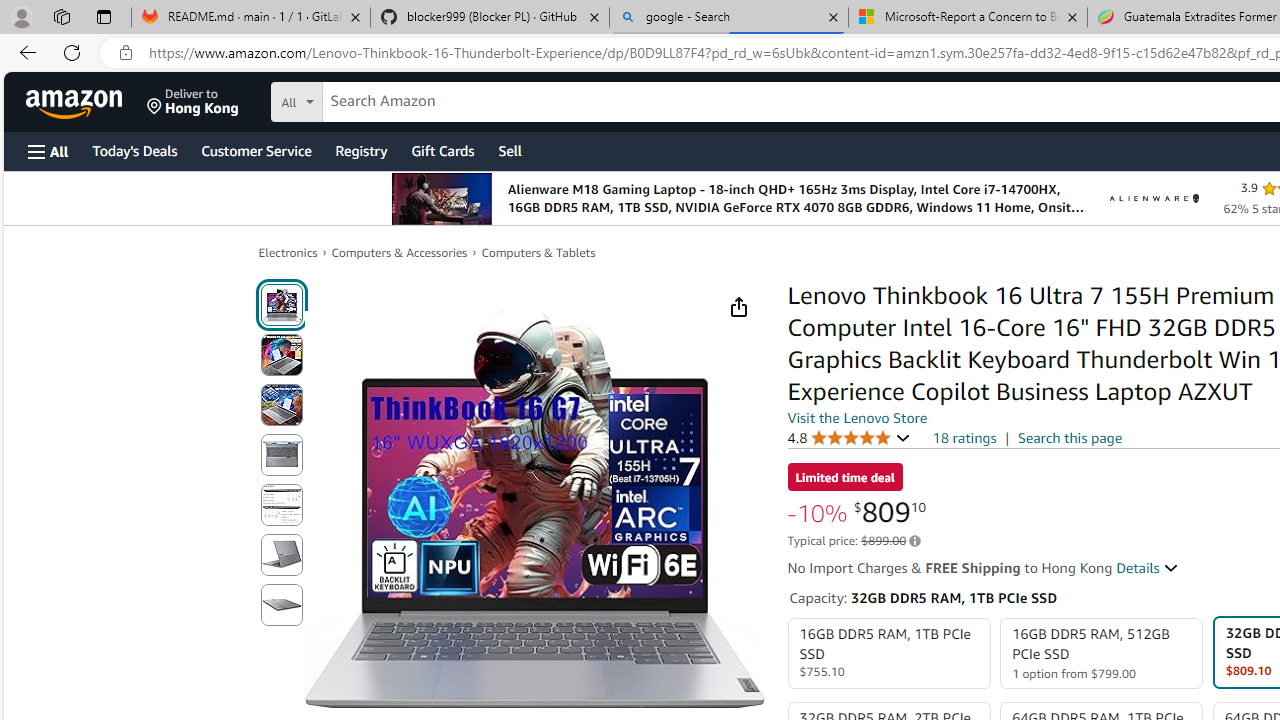  What do you see at coordinates (887, 653) in the screenshot?
I see `'16GB DDR5 RAM, 1TB PCIe SSD $755.10'` at bounding box center [887, 653].